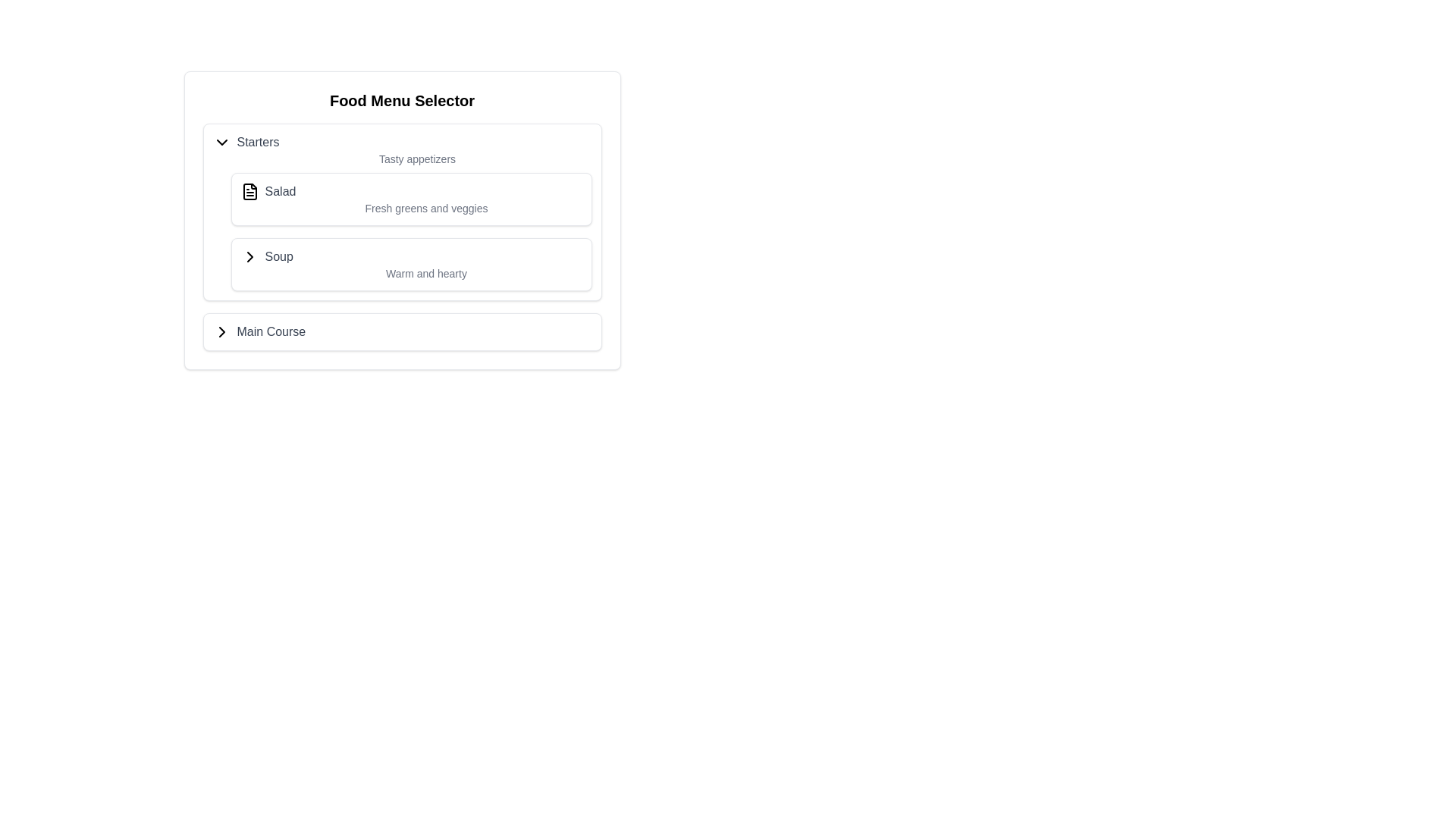 The image size is (1456, 819). Describe the element at coordinates (279, 256) in the screenshot. I see `the 'Soup' label in the 'Starters' list, which is styled with a medium-weight gray font and changes to a darker gray on hover` at that location.